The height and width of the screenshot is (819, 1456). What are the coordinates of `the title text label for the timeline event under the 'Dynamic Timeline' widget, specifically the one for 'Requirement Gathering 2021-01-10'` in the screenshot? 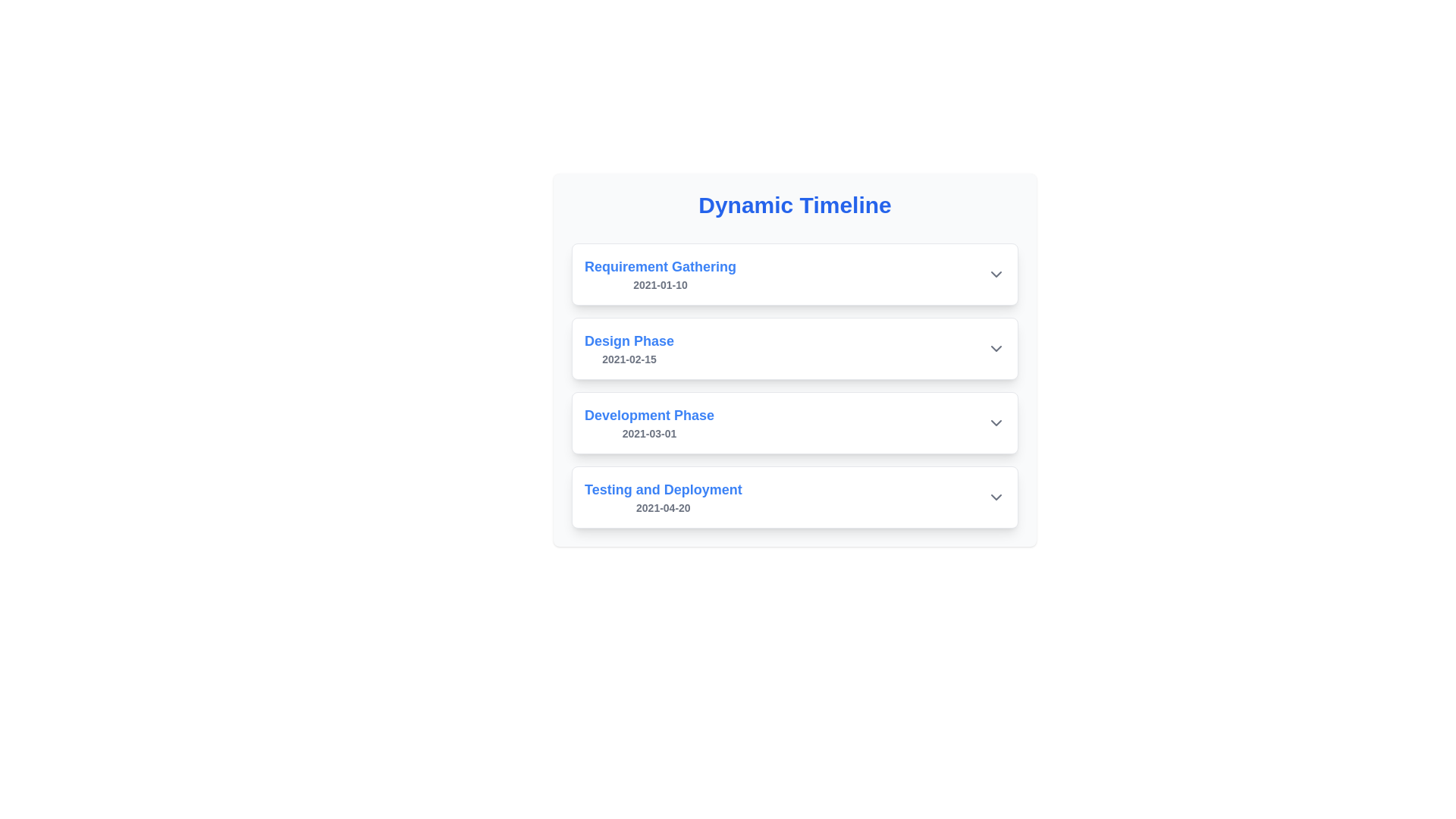 It's located at (661, 265).